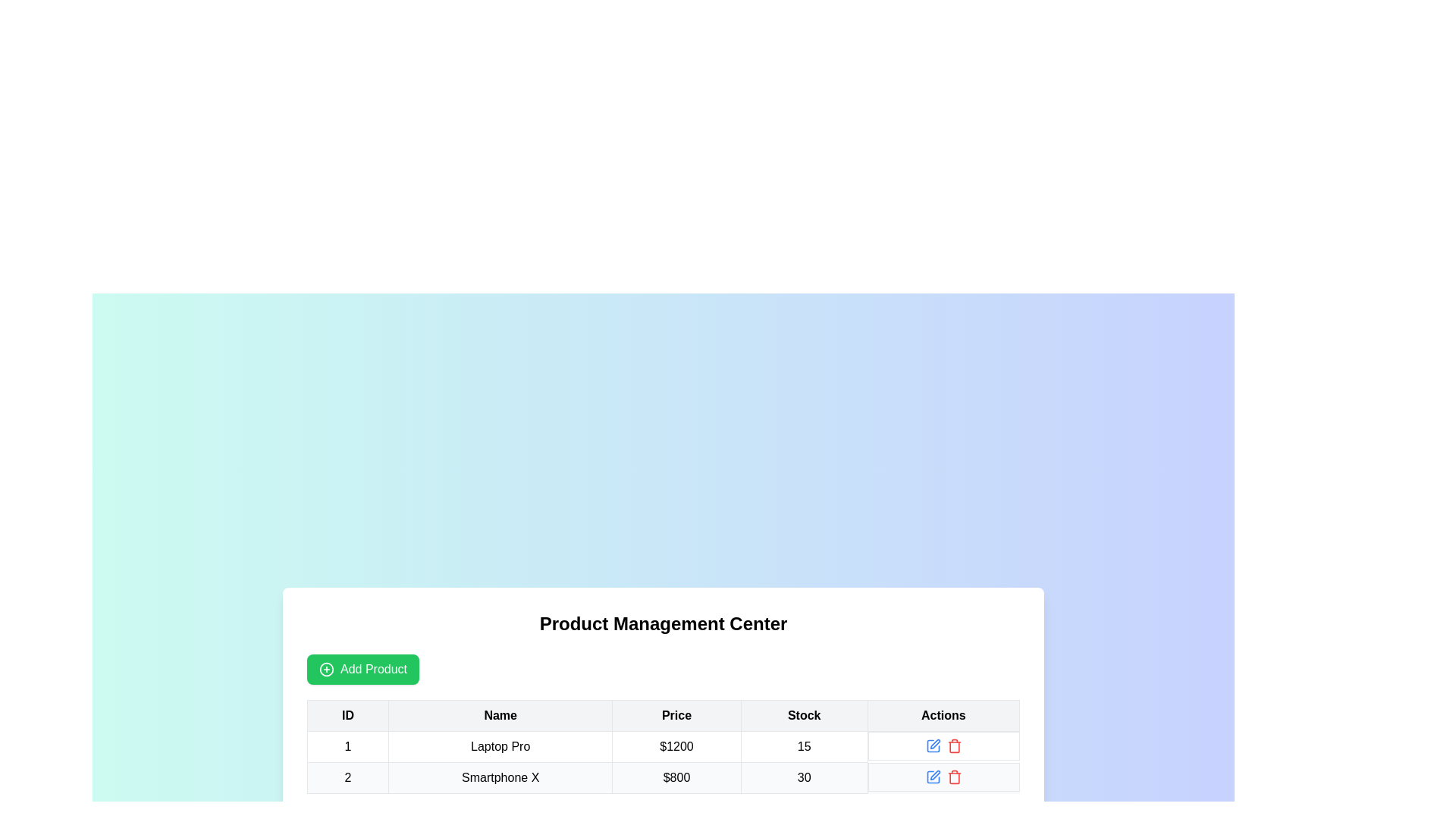 This screenshot has height=819, width=1456. What do you see at coordinates (500, 778) in the screenshot?
I see `the table cell displaying the product name 'Smartphone X' to read its content` at bounding box center [500, 778].